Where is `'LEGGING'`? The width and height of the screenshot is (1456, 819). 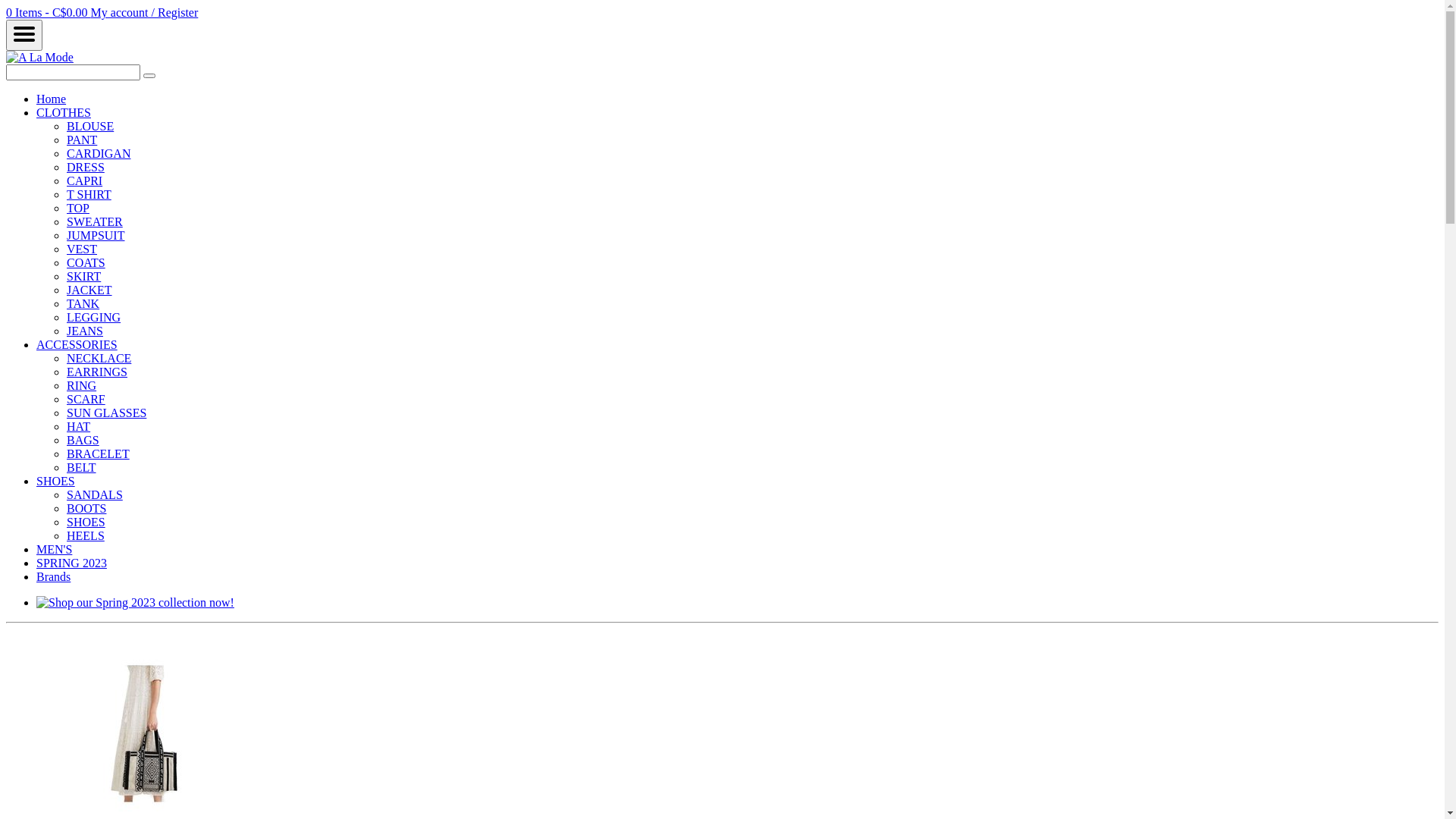 'LEGGING' is located at coordinates (93, 316).